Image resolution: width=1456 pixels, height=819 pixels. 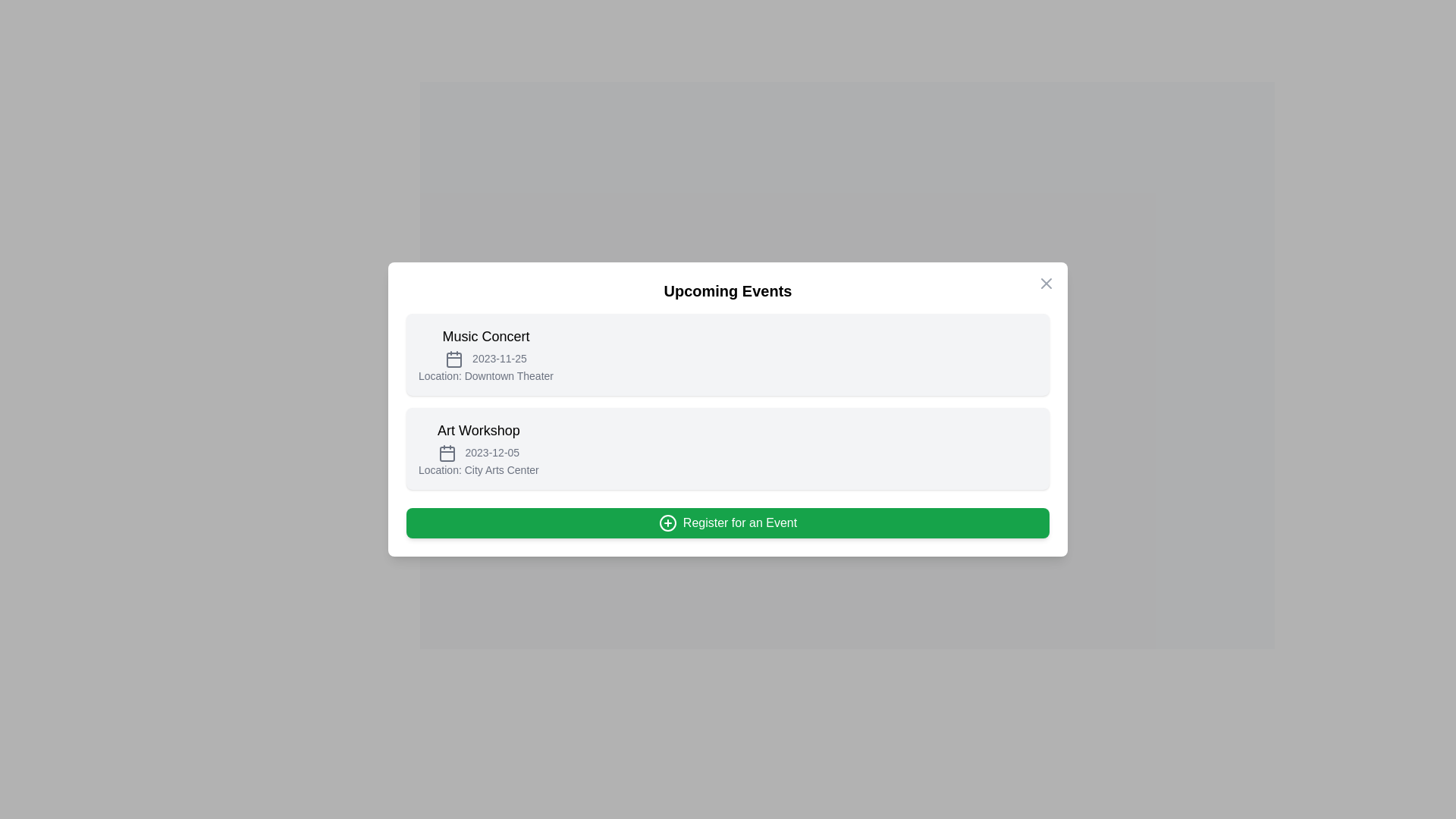 I want to click on the date '2023-11-25' in the informational event display box for 'Music Concert', so click(x=485, y=354).